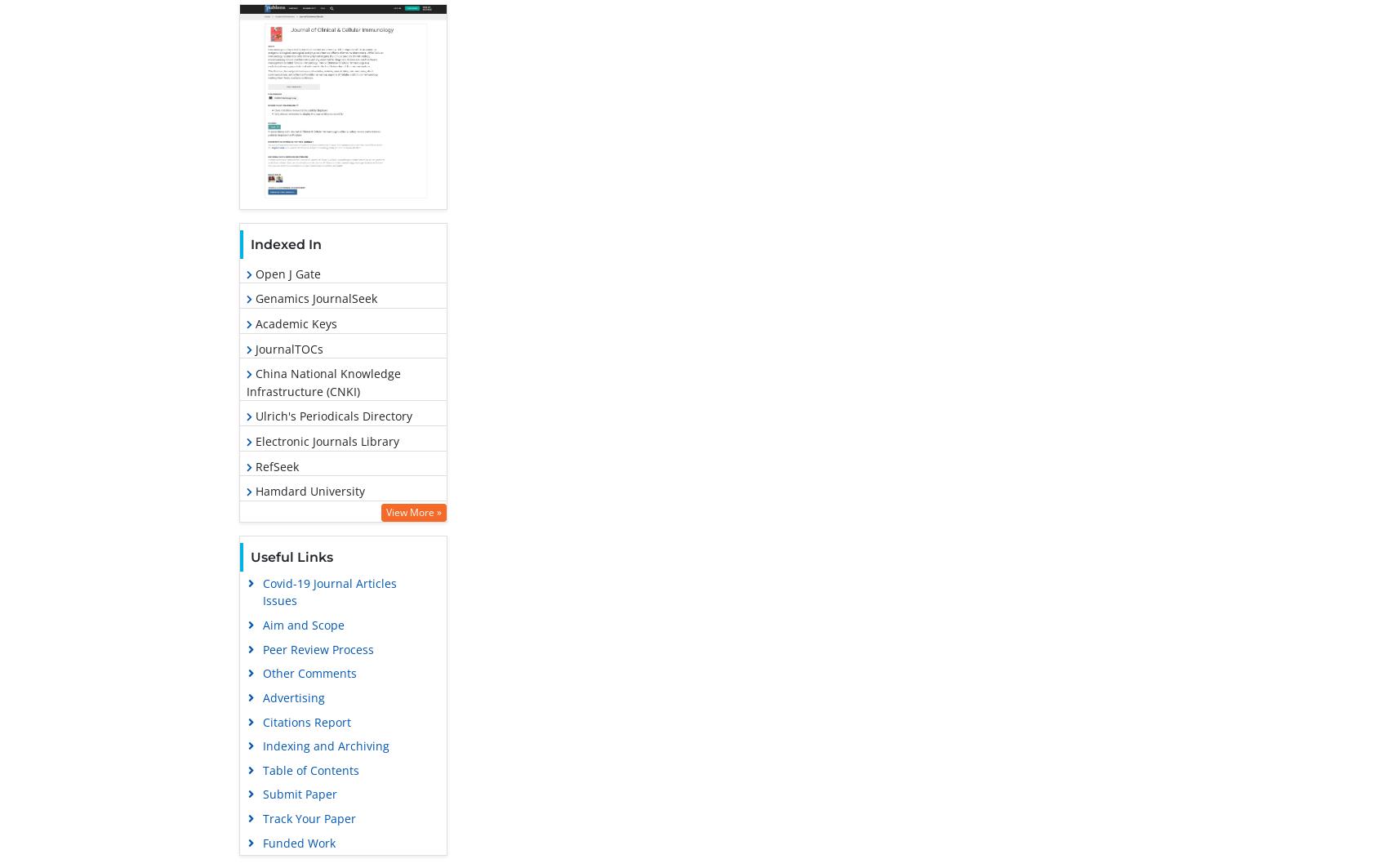 The width and height of the screenshot is (1384, 868). Describe the element at coordinates (313, 298) in the screenshot. I see `'Genamics JournalSeek'` at that location.